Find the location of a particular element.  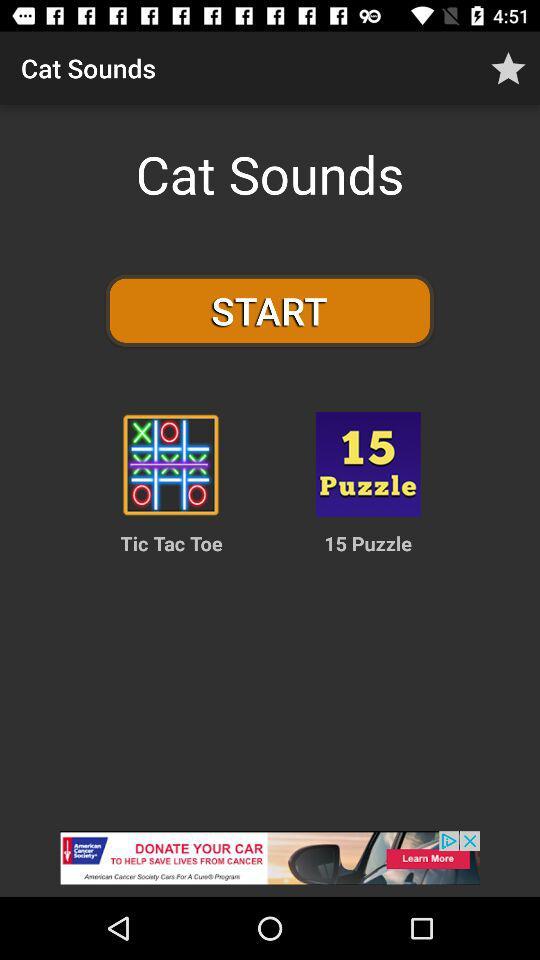

15 puzzle is located at coordinates (367, 464).